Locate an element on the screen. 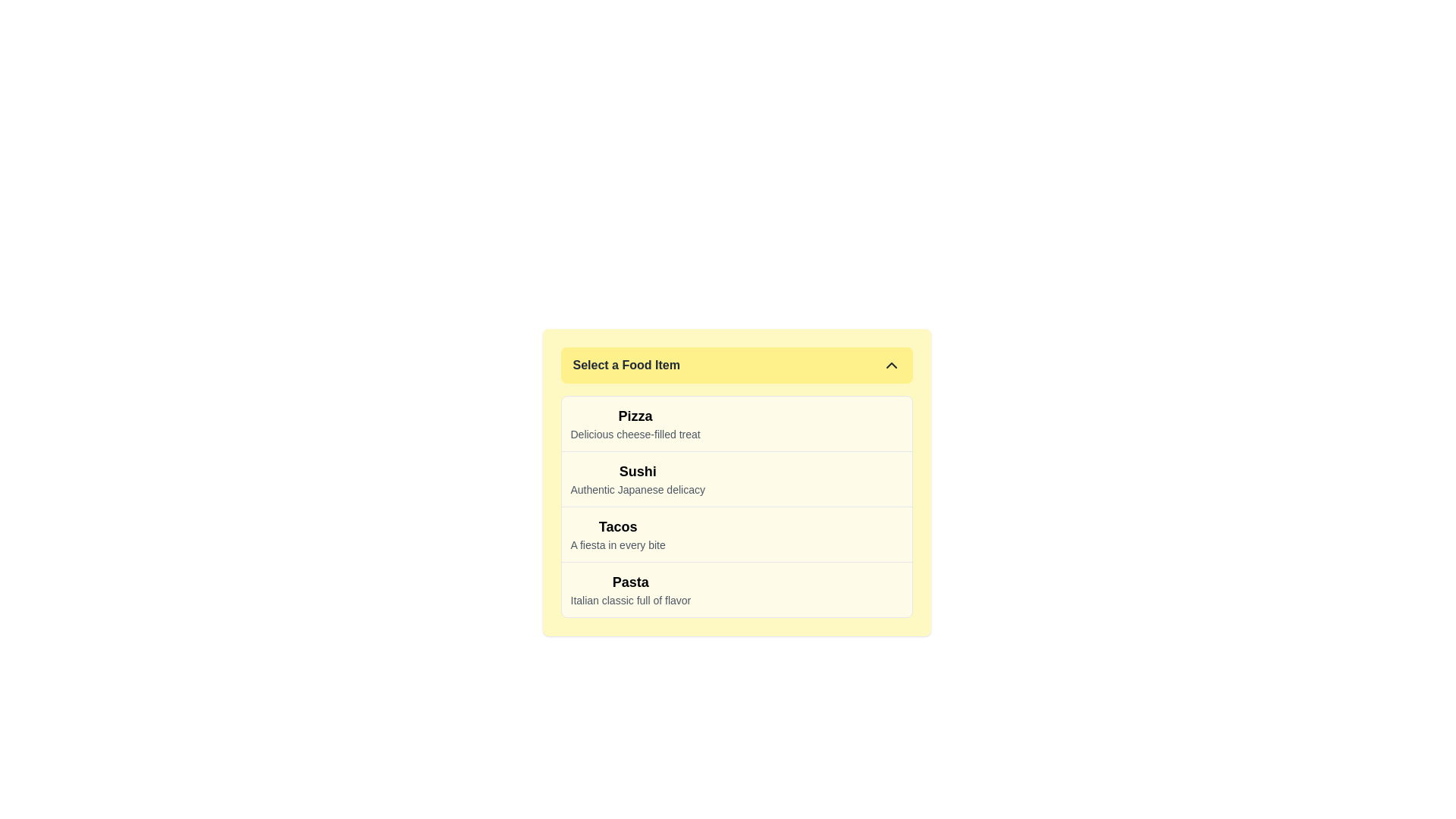 This screenshot has height=819, width=1456. the 'Tacos' label, which is styled in bold black text and is the third item in the 'Select a Food Item' menu list is located at coordinates (618, 526).